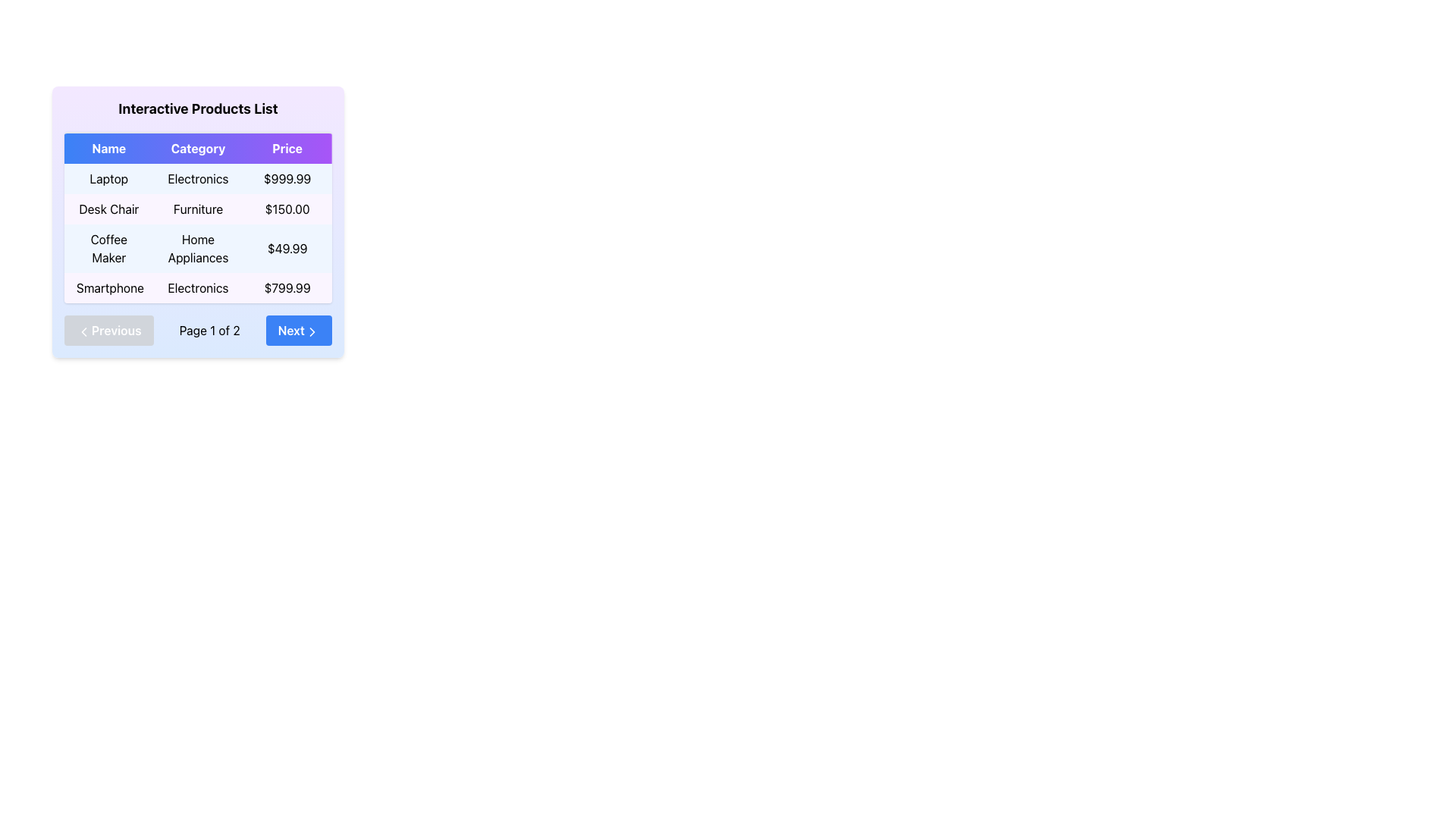 The image size is (1456, 819). I want to click on the 'Laptop' category label in the first row of the table under the 'Electronics' category, so click(197, 177).